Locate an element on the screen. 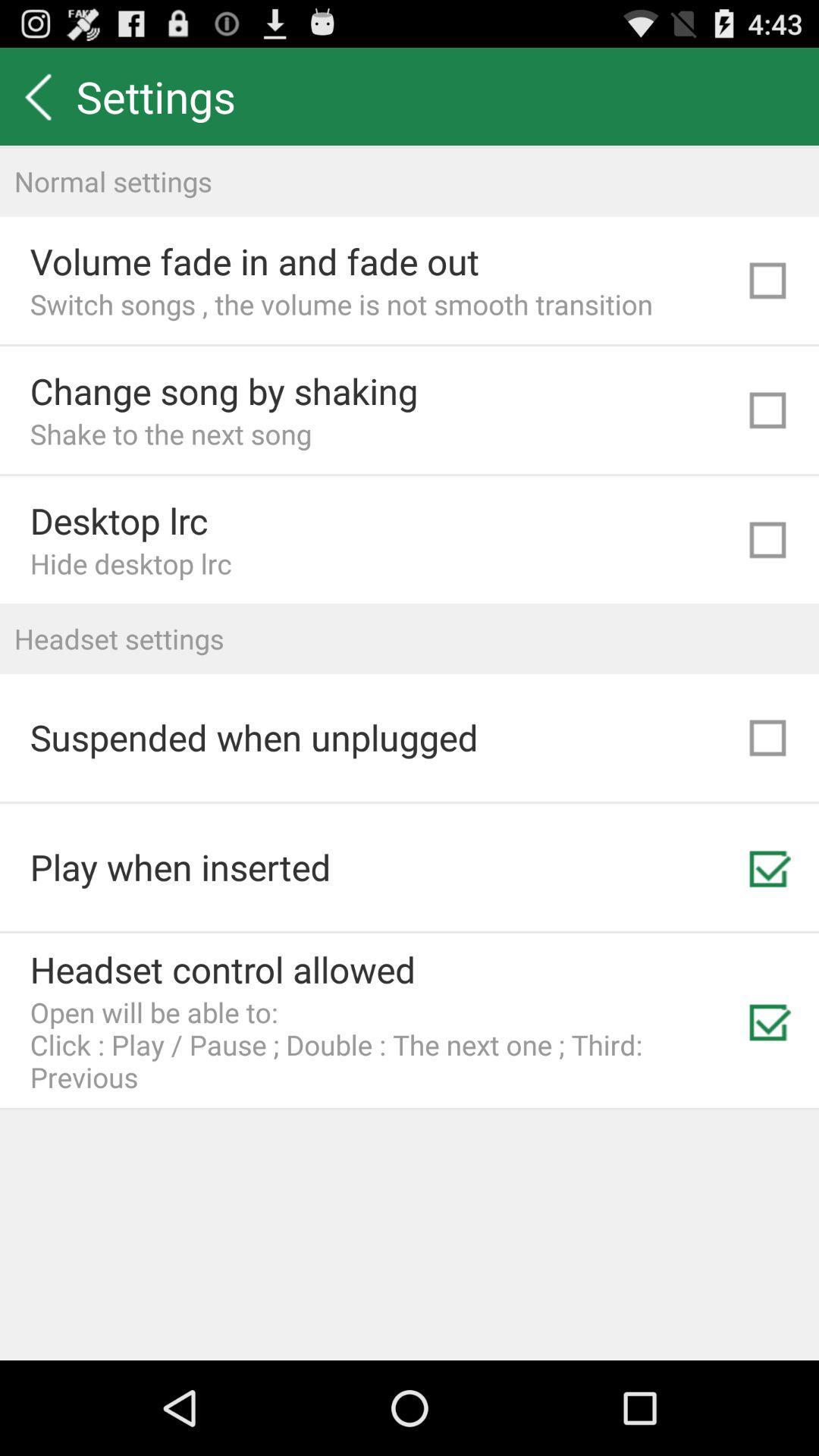 This screenshot has height=1456, width=819. the headset settings icon is located at coordinates (409, 639).